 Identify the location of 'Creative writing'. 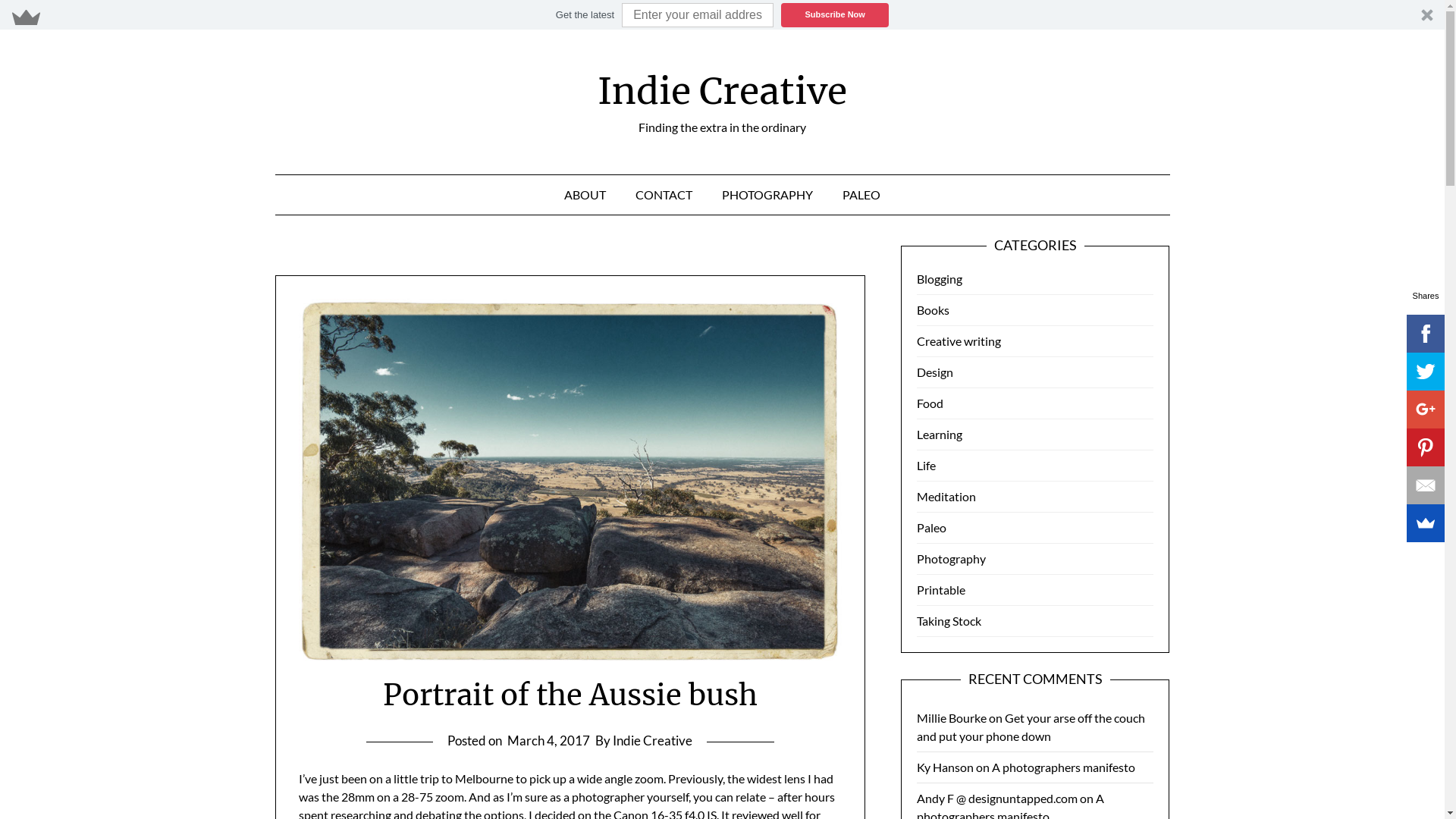
(916, 340).